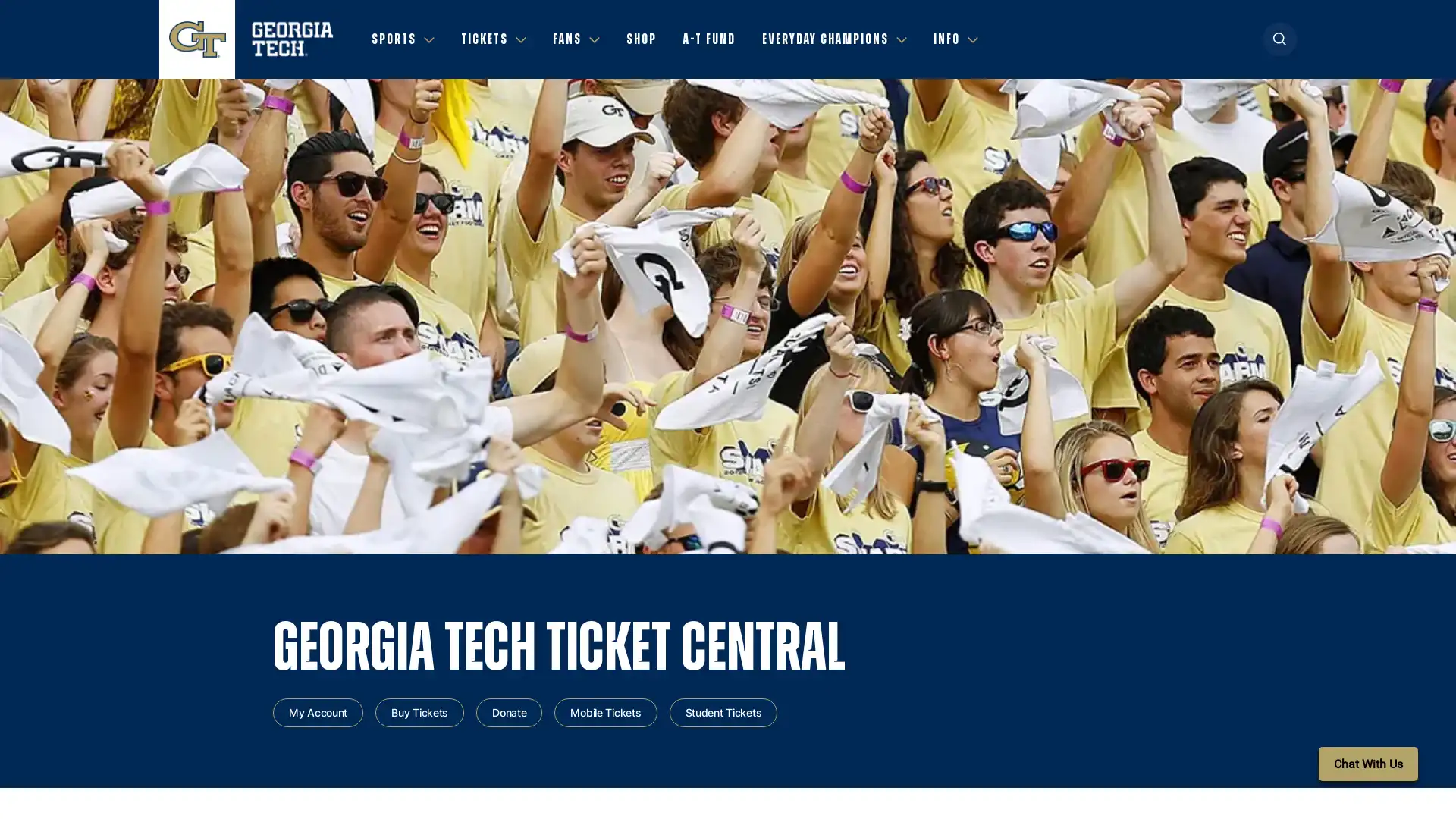  What do you see at coordinates (1368, 764) in the screenshot?
I see `open chat` at bounding box center [1368, 764].